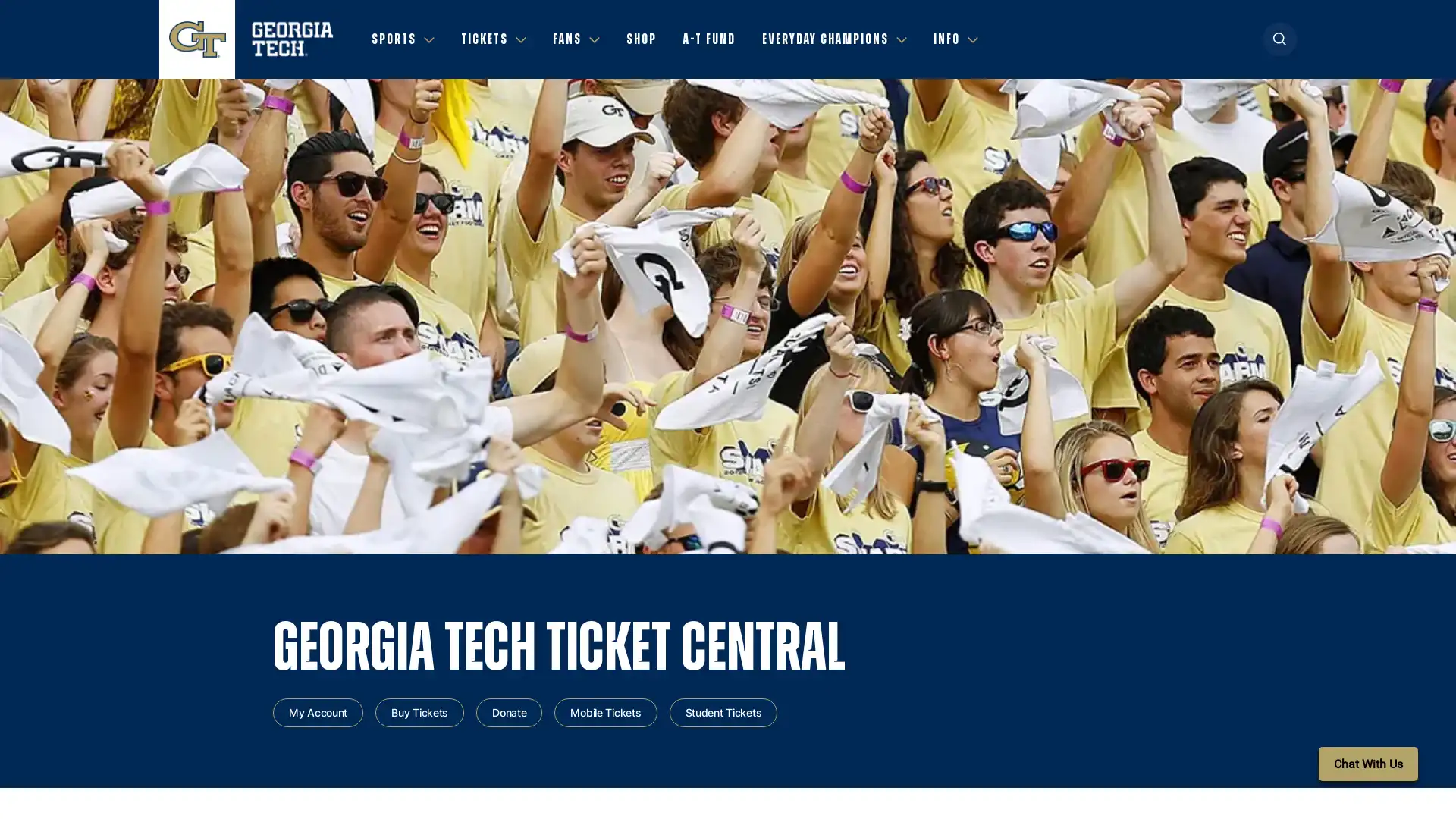  What do you see at coordinates (1368, 764) in the screenshot?
I see `open chat` at bounding box center [1368, 764].